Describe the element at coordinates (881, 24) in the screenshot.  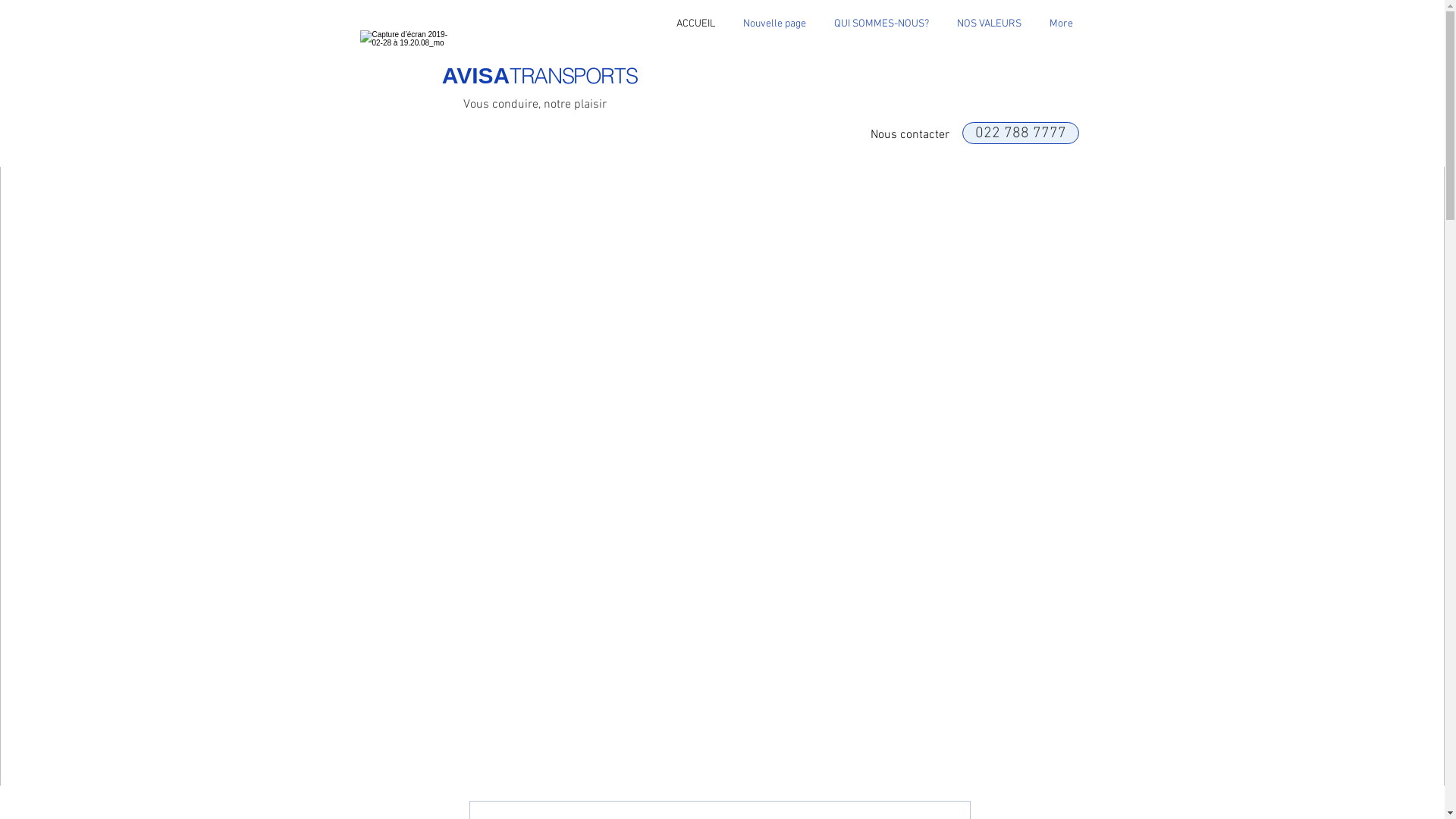
I see `'QUI SOMMES-NOUS?'` at that location.